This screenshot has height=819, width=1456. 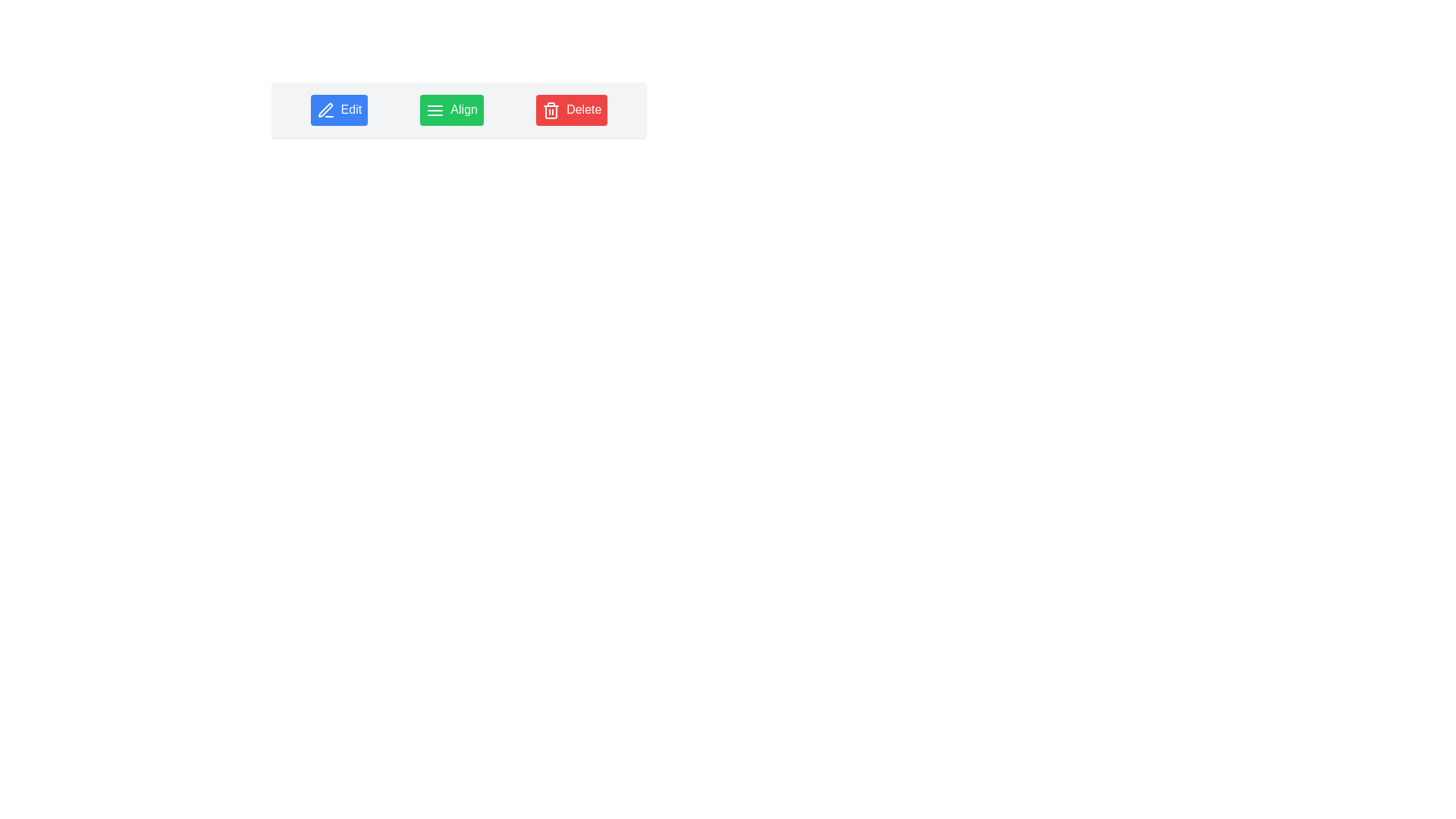 What do you see at coordinates (551, 111) in the screenshot?
I see `the trash bin icon representing the delete action, located within the red 'Delete' button on the far right of the button layout` at bounding box center [551, 111].